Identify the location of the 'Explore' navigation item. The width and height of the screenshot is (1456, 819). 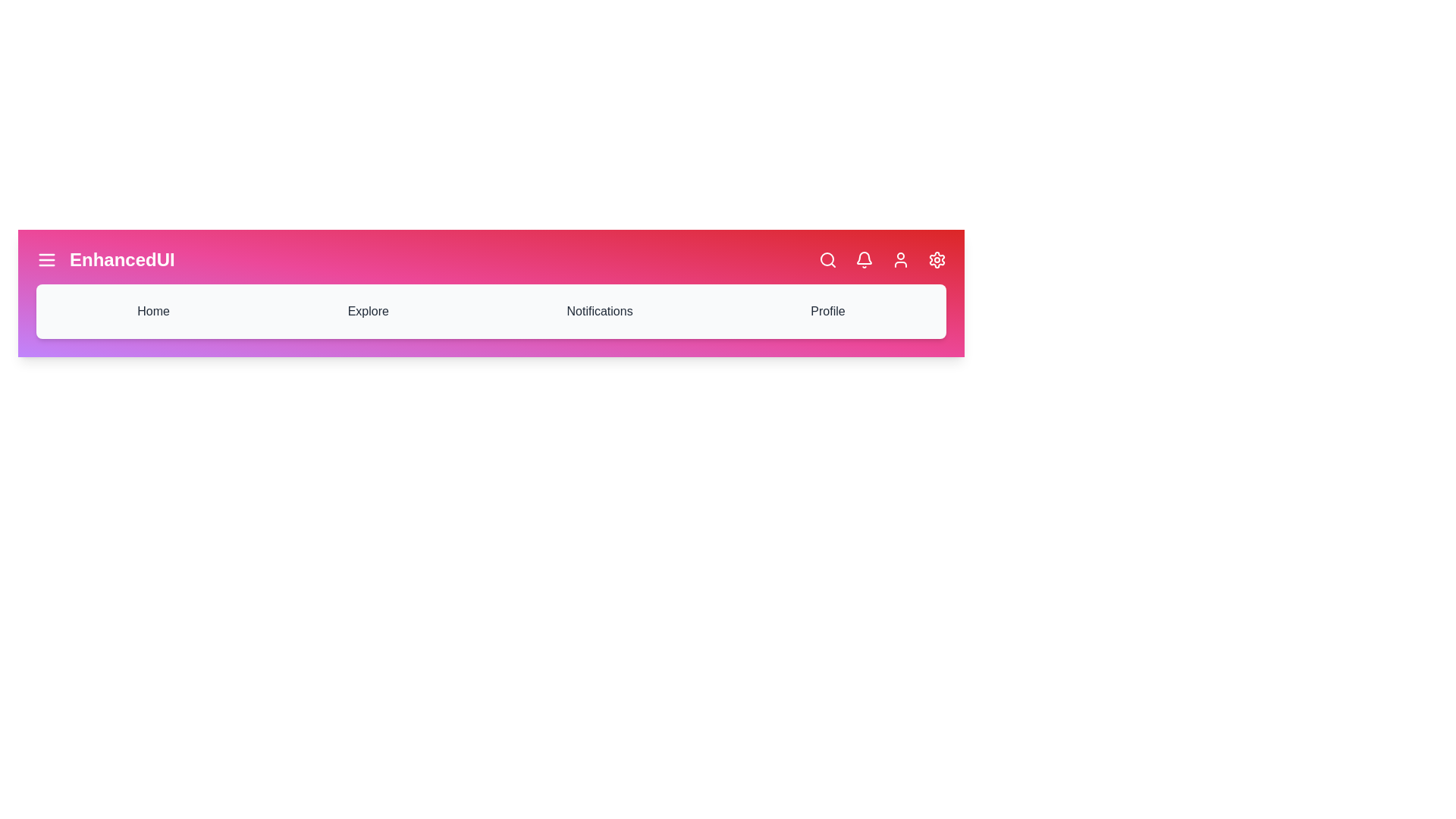
(368, 311).